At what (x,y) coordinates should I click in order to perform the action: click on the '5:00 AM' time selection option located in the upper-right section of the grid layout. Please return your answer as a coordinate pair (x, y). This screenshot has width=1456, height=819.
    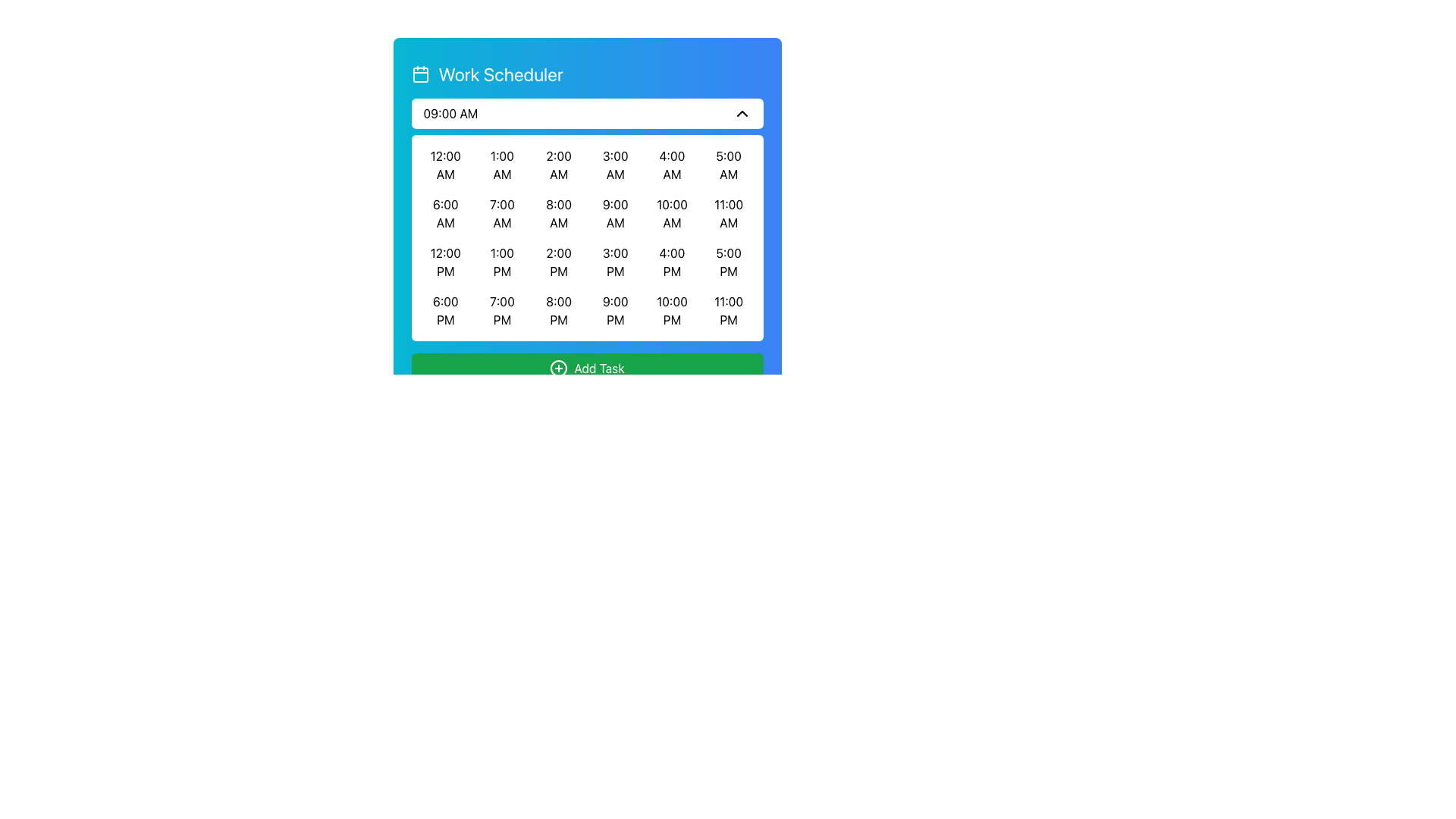
    Looking at the image, I should click on (729, 165).